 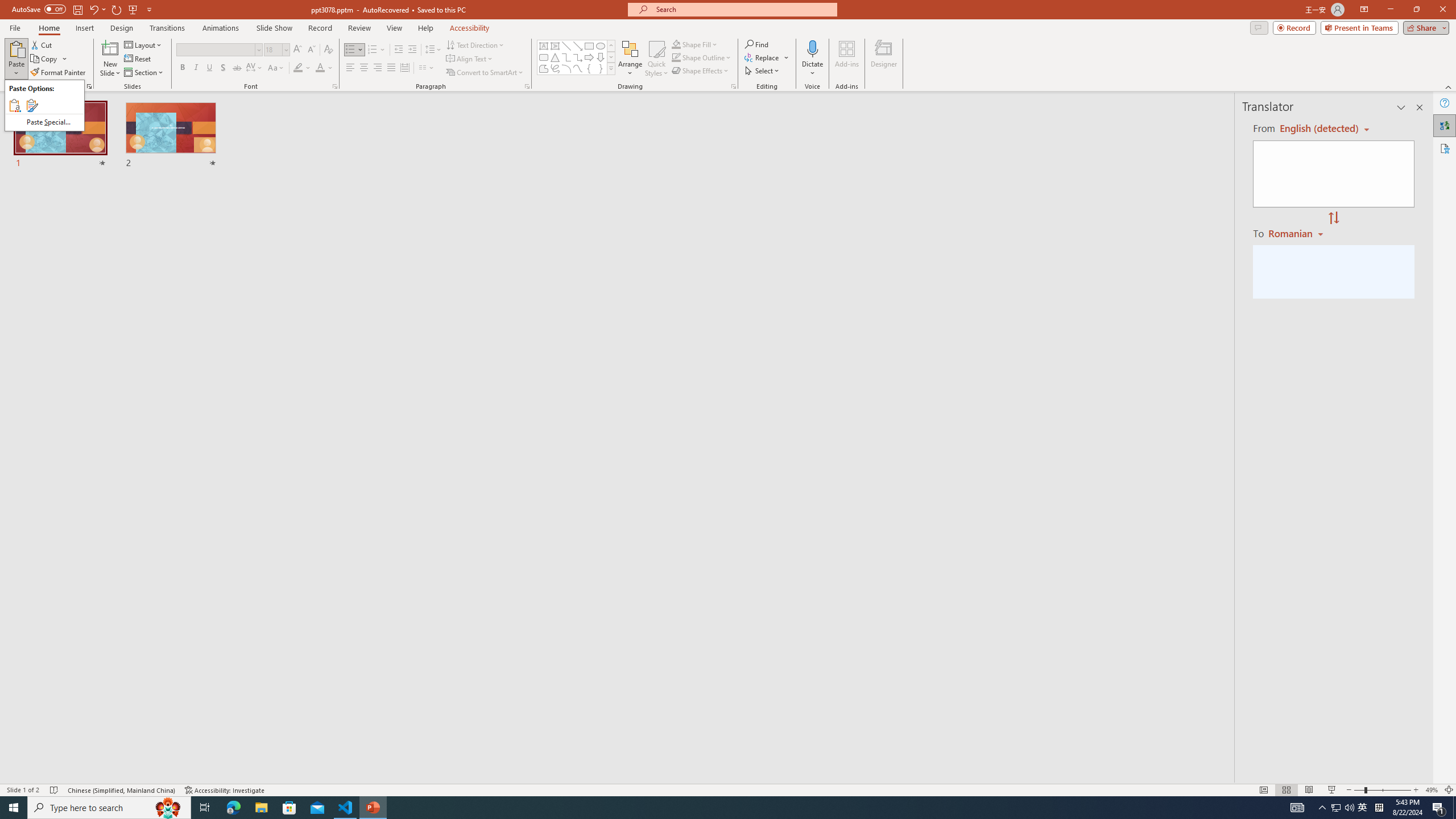 I want to click on 'Class: NetUIImage', so click(x=610, y=68).